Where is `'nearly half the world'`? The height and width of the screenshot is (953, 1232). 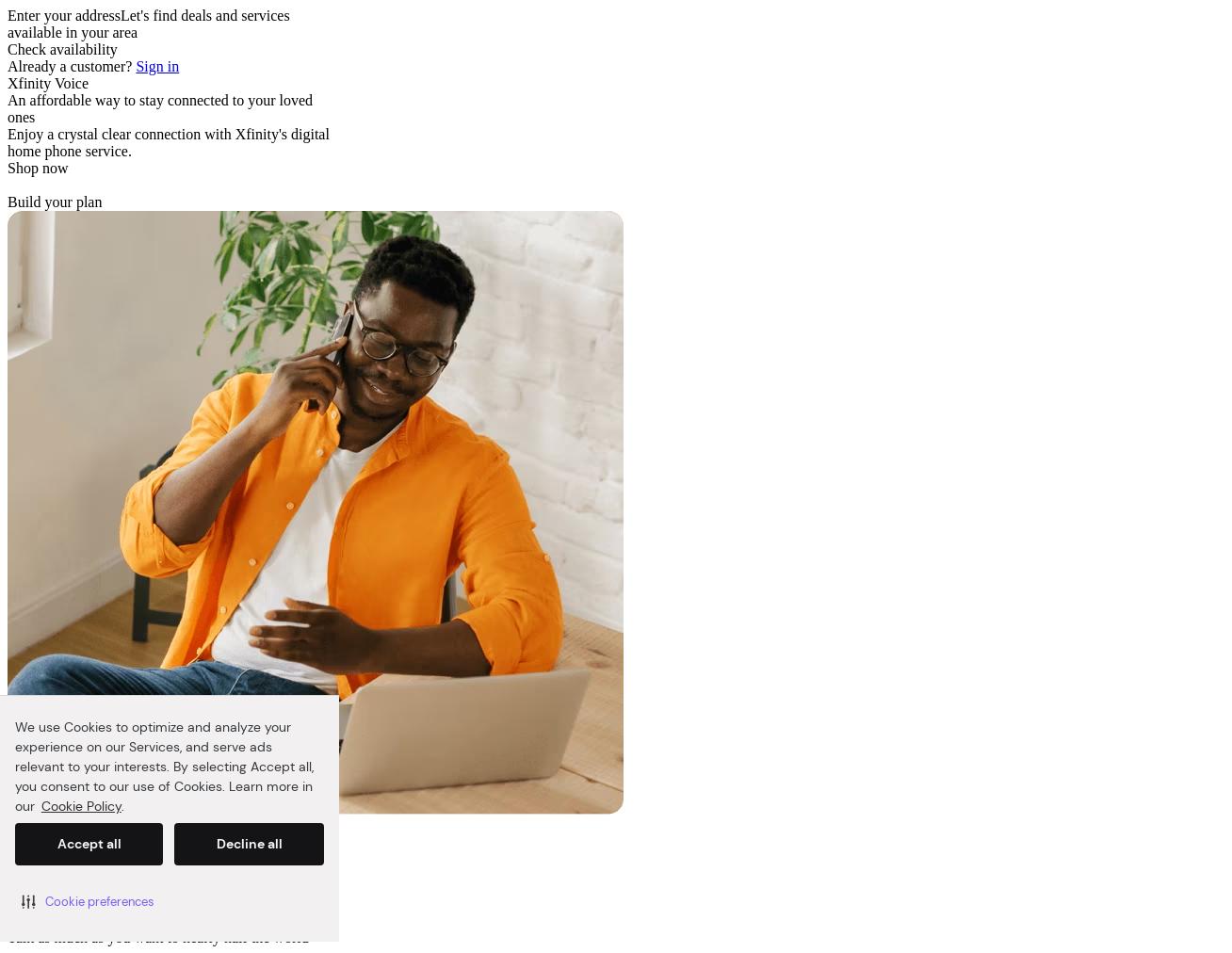
'nearly half the world' is located at coordinates (244, 937).